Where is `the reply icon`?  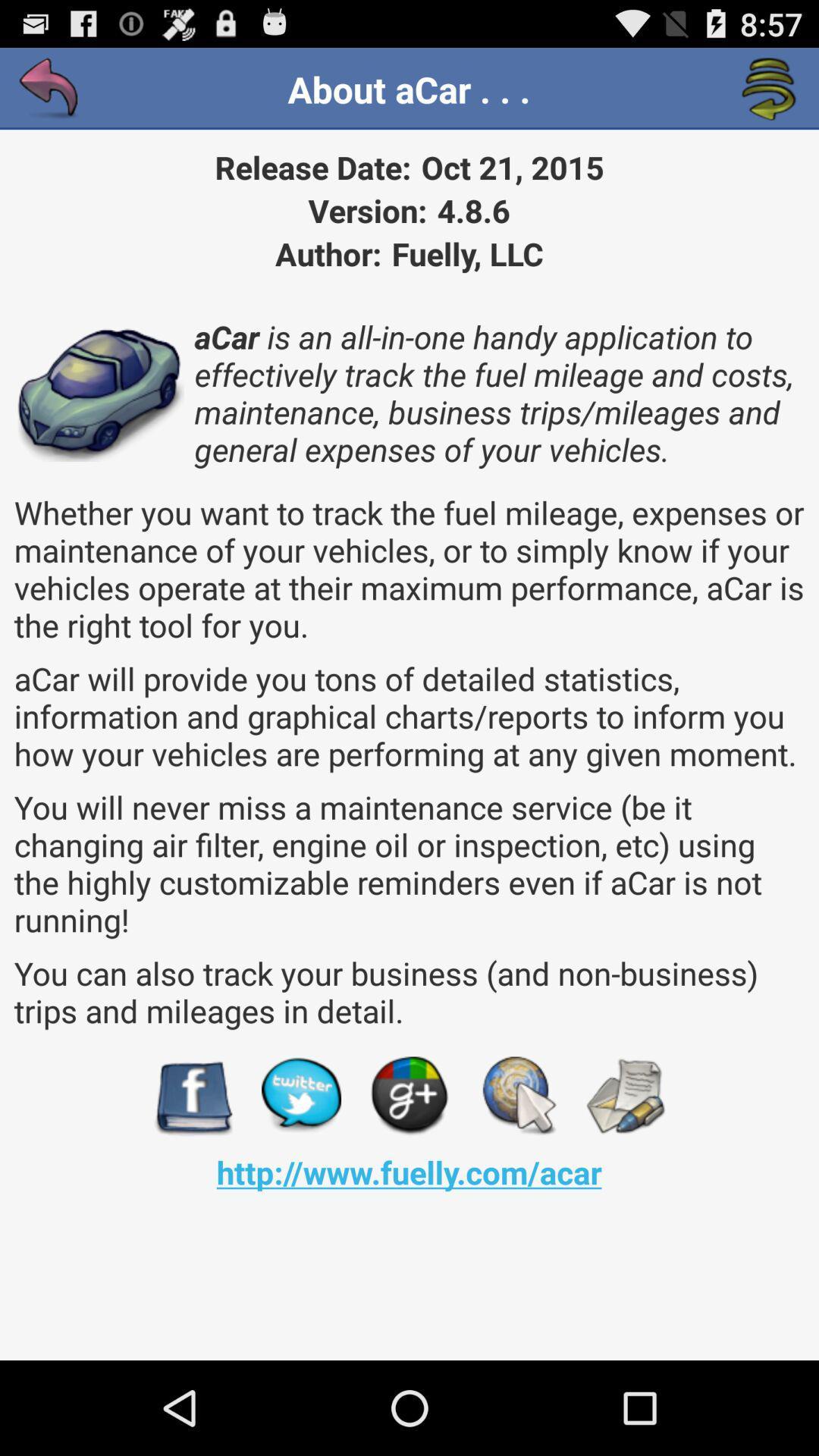 the reply icon is located at coordinates (49, 95).